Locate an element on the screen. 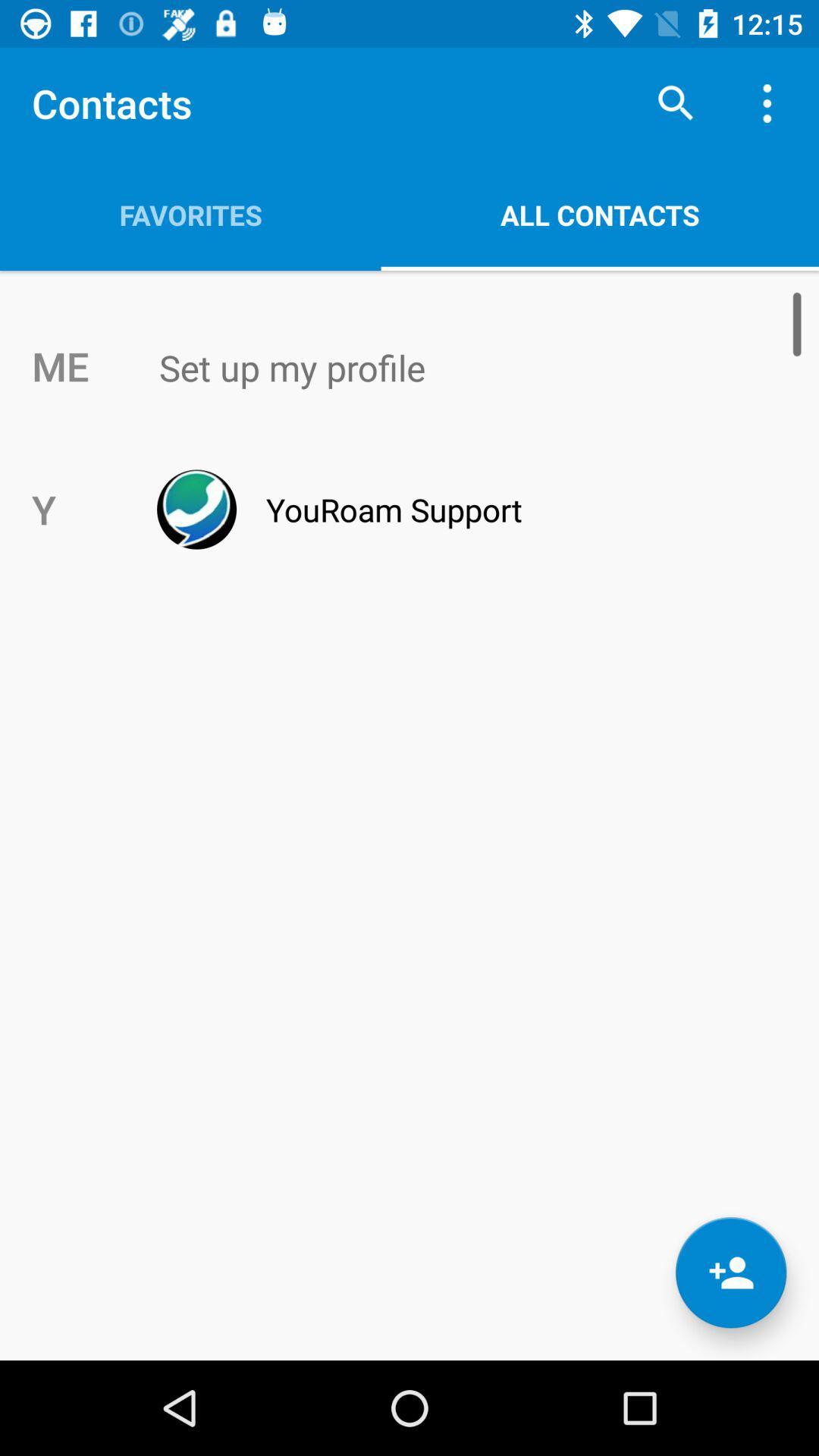  item above the set up my icon is located at coordinates (599, 214).